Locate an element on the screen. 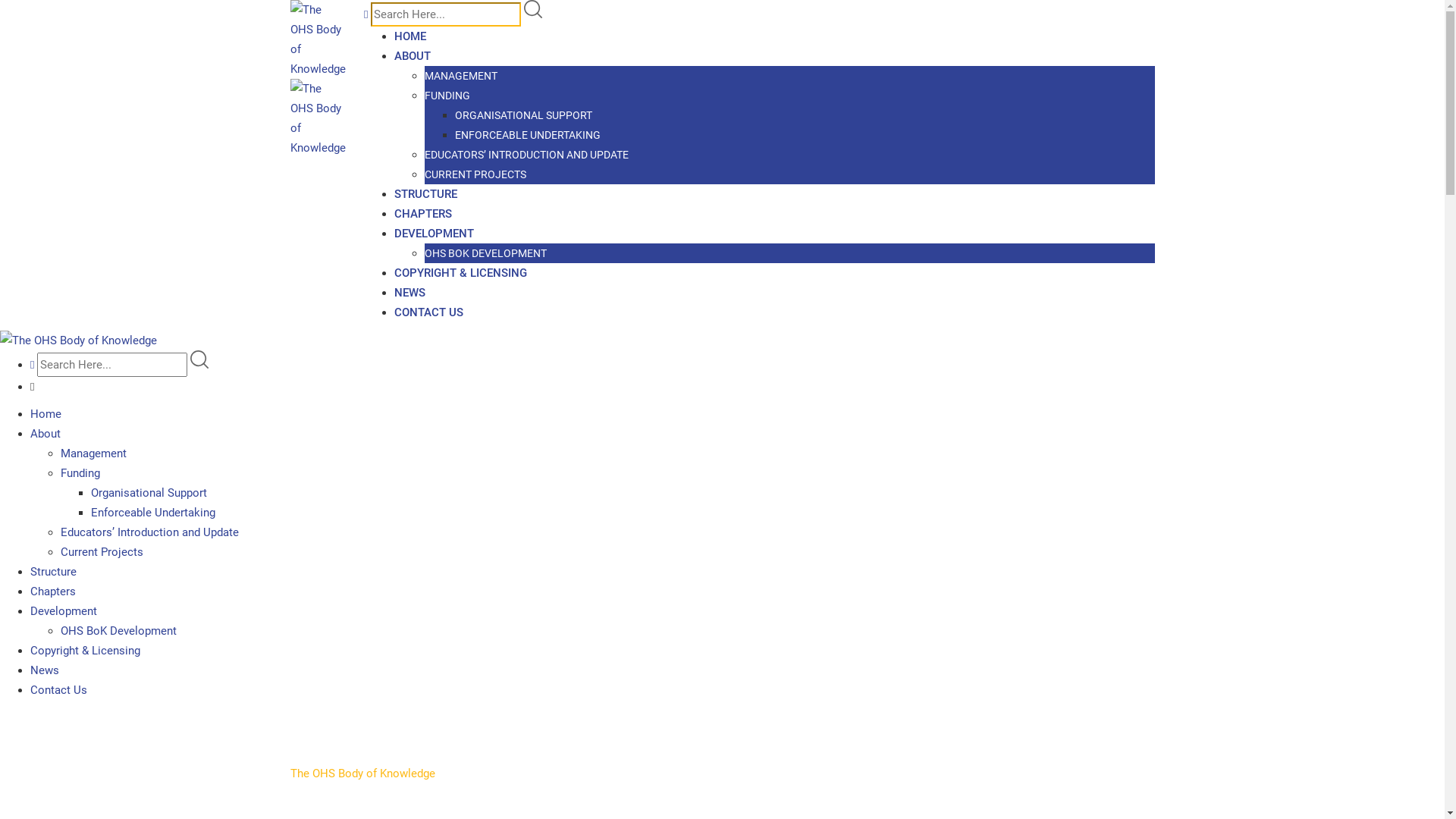 The width and height of the screenshot is (1456, 819). 'ORGANISATIONAL SUPPORT' is located at coordinates (523, 114).